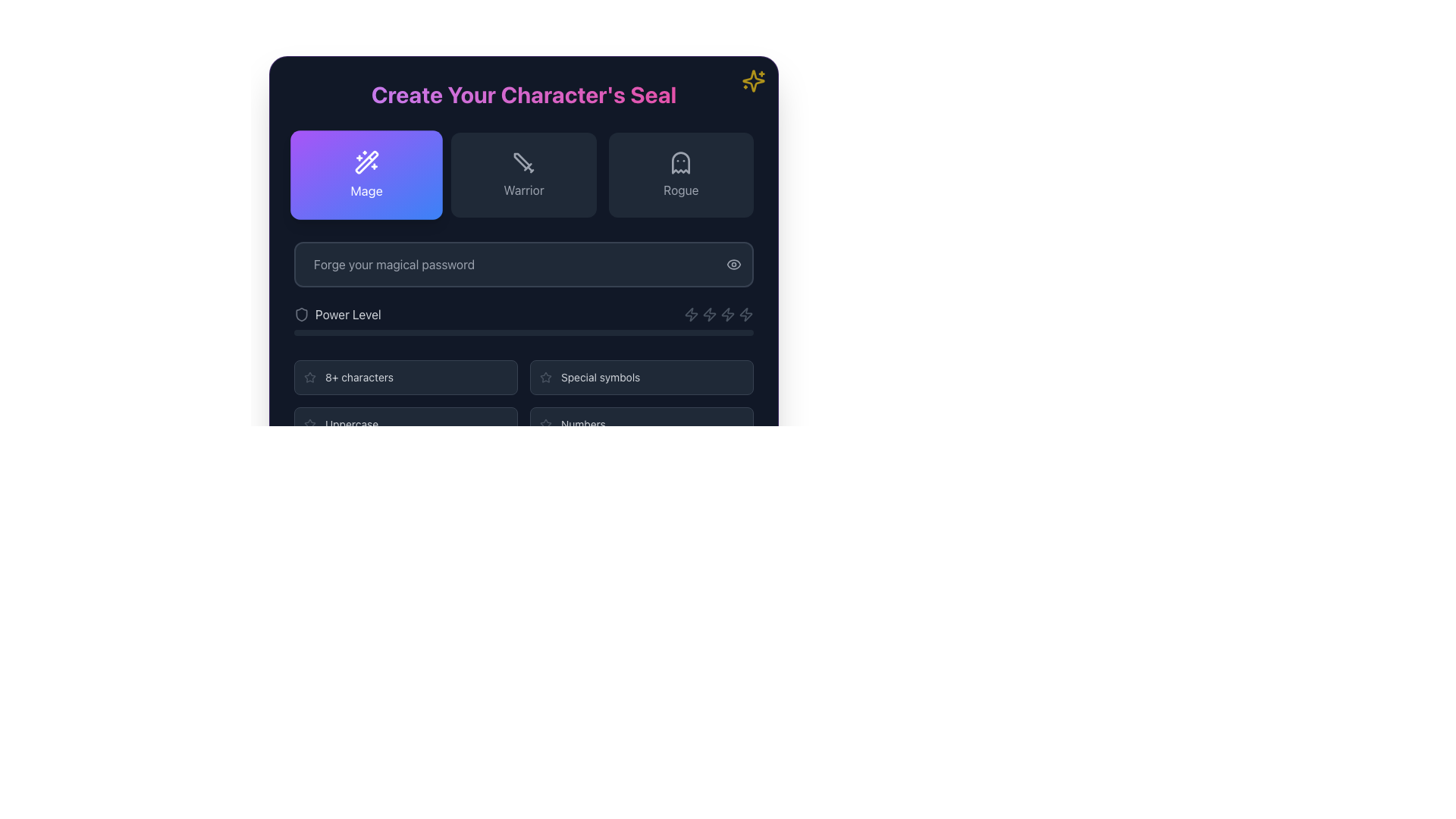  What do you see at coordinates (366, 162) in the screenshot?
I see `the 'Mage' selection option icon, which is centrally positioned within the leftmost button of the interface that includes options for 'Mage', 'Warrior', and 'Rogue'` at bounding box center [366, 162].